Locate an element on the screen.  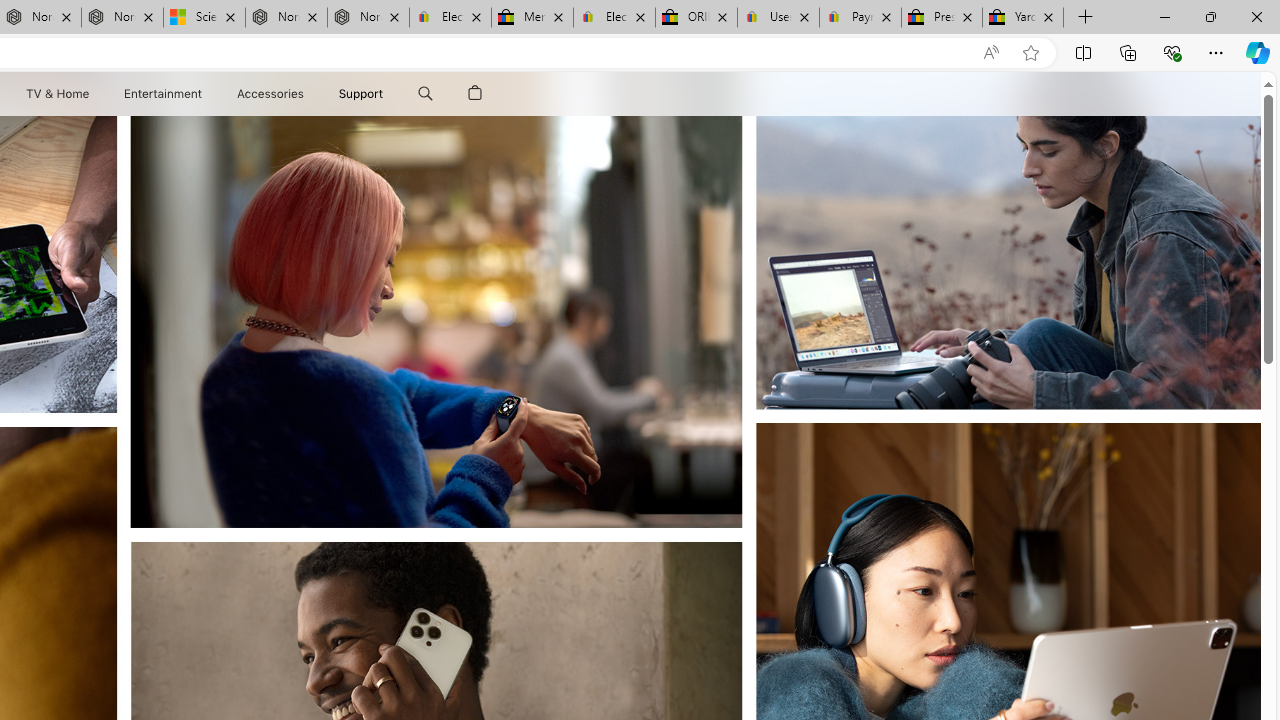
'Support menu' is located at coordinates (387, 93).